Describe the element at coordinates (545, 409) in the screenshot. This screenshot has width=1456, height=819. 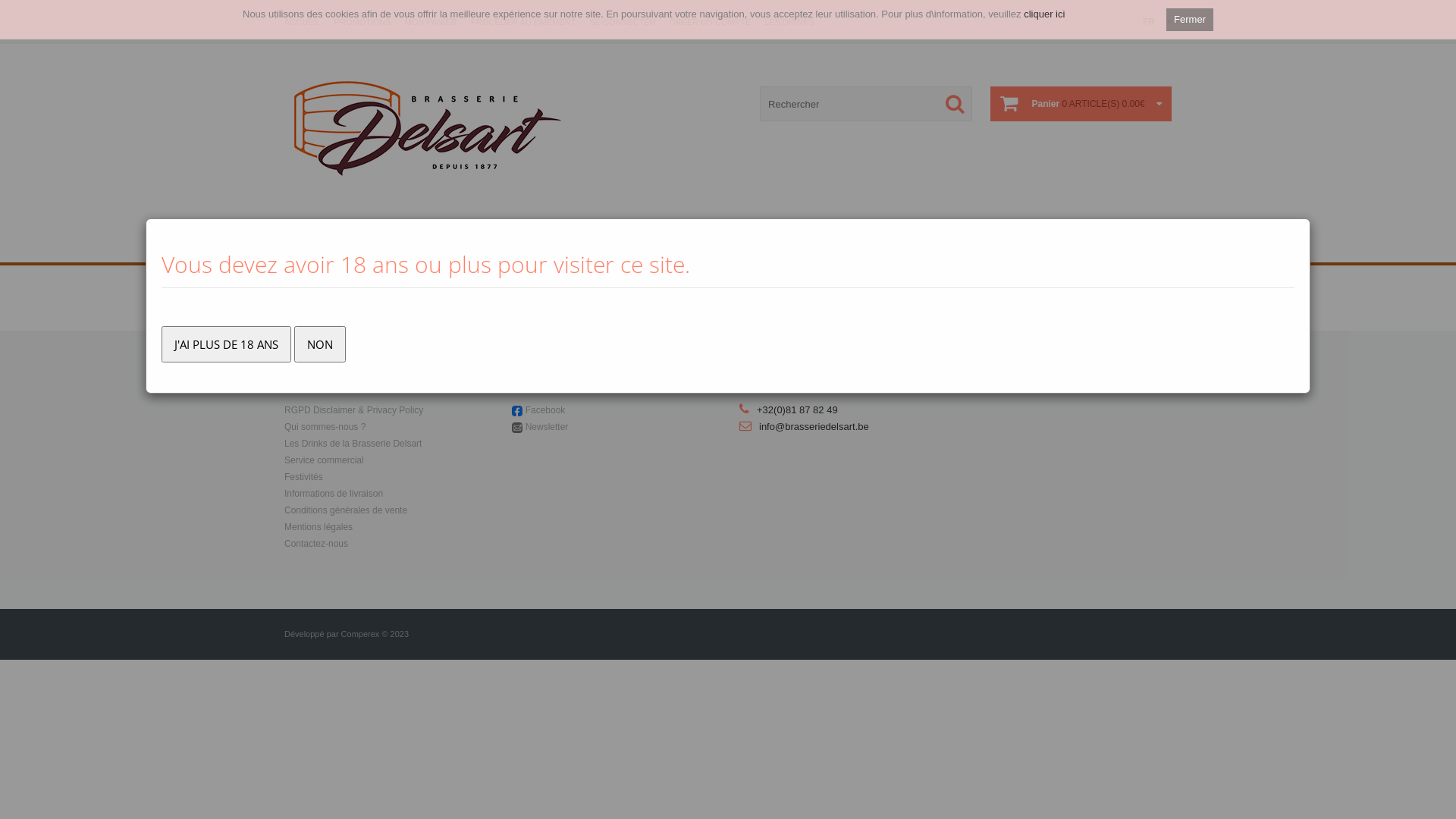
I see `'Facebook'` at that location.